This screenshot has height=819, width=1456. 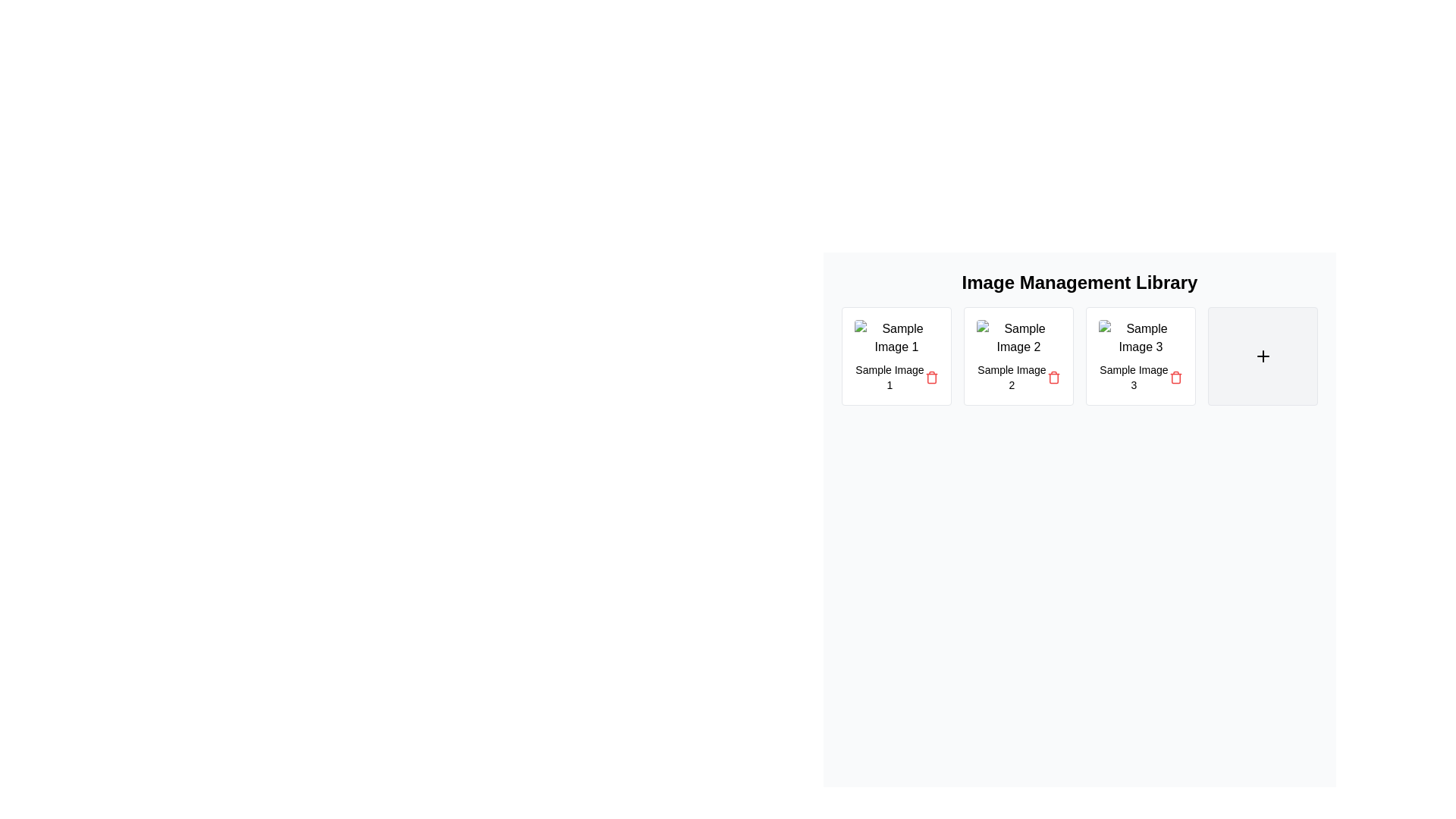 I want to click on the Text label located in the top-left section of the grid layout within the 'Image Management Library' interface, so click(x=890, y=376).